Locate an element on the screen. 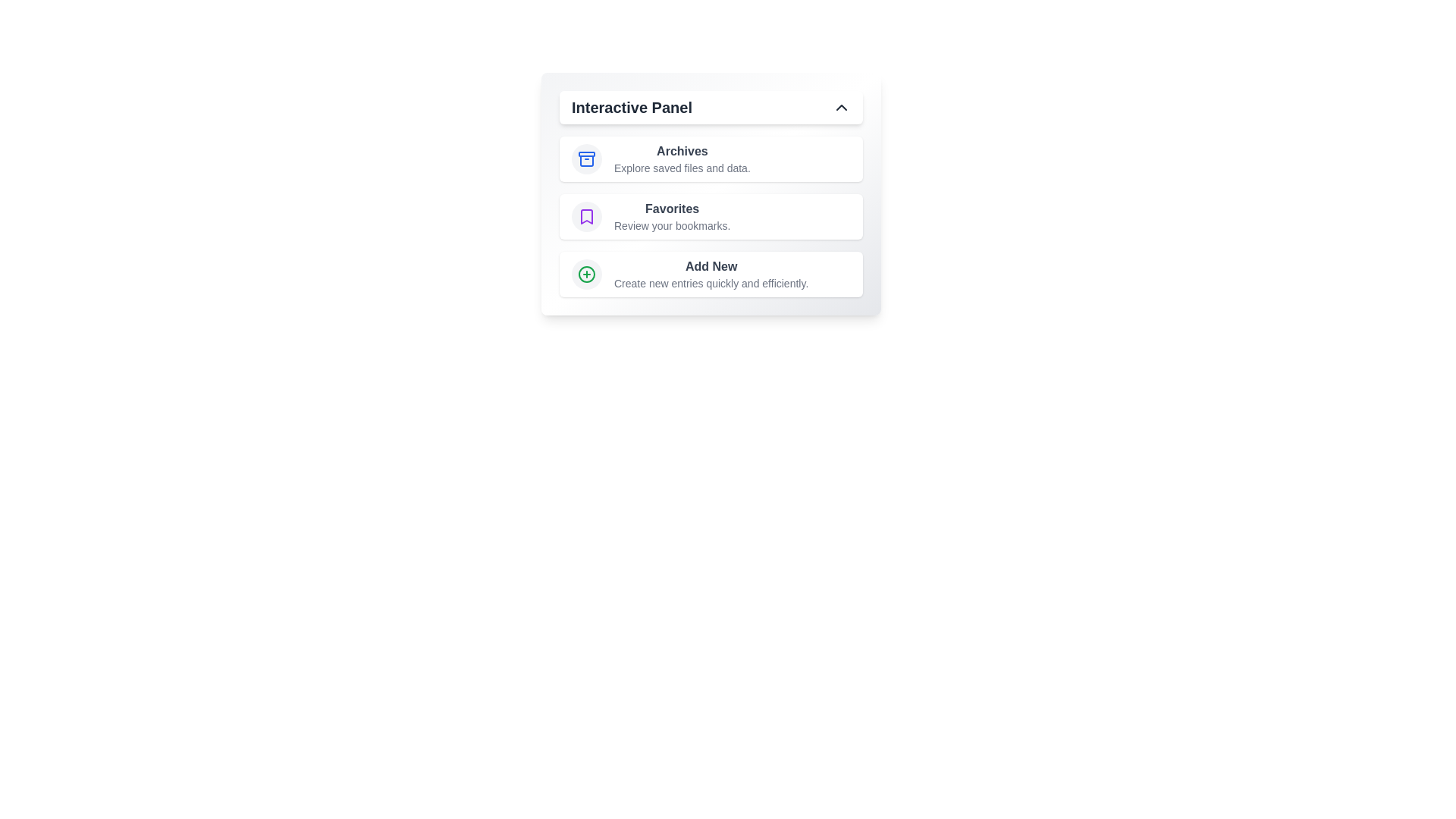 The image size is (1456, 819). the icon for Add New to trigger its associated interaction is located at coordinates (585, 275).